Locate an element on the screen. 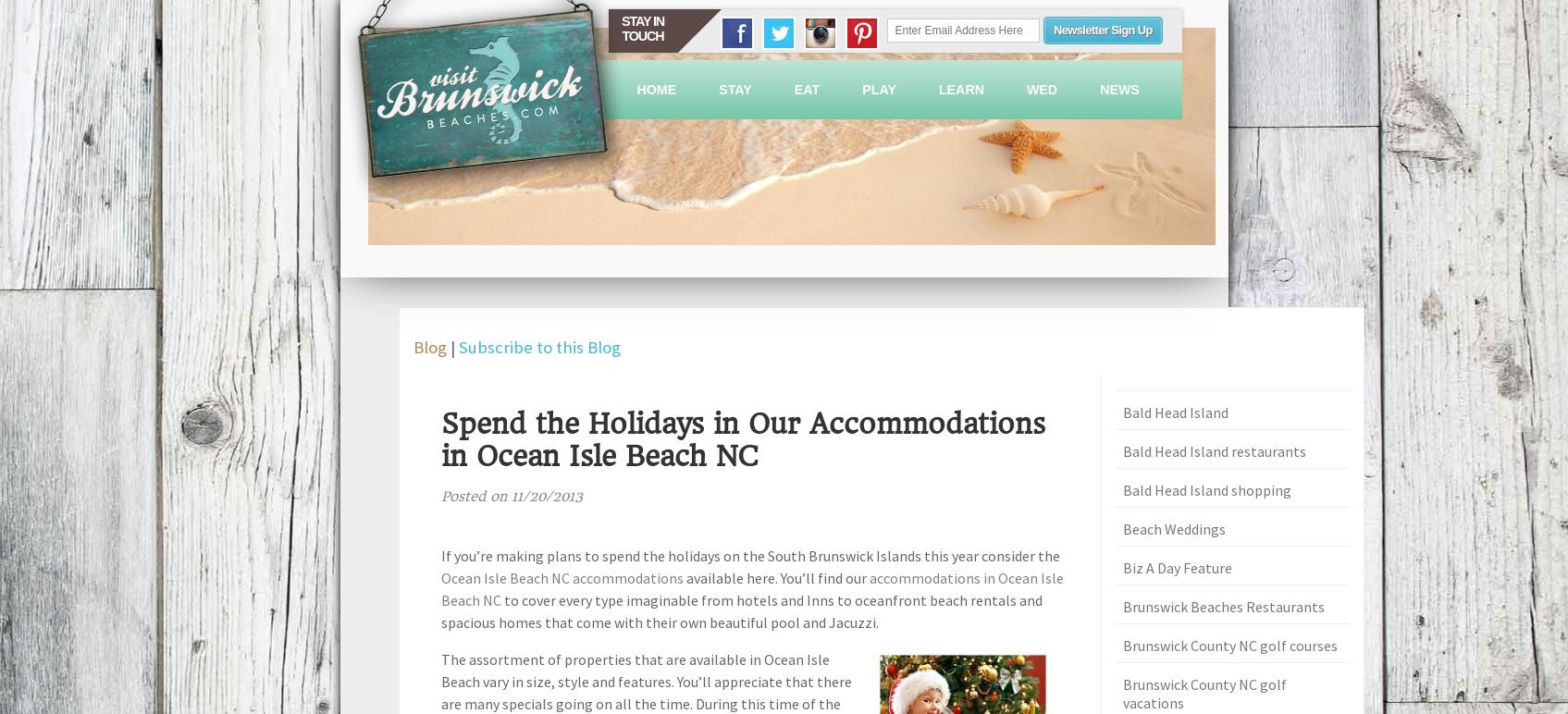  'Subscribe to this Blog' is located at coordinates (538, 346).